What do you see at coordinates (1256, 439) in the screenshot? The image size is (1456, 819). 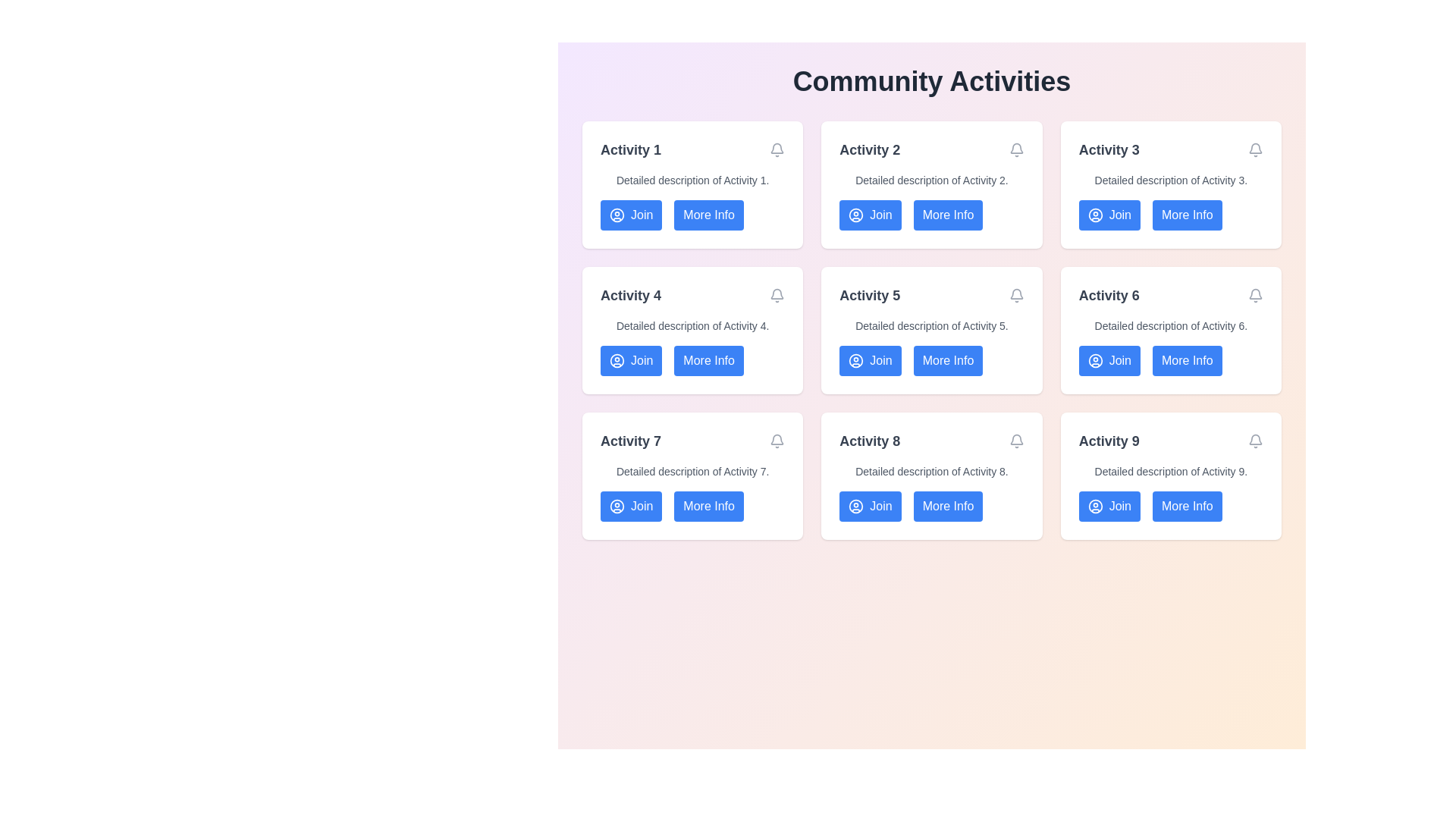 I see `the notification icon located` at bounding box center [1256, 439].